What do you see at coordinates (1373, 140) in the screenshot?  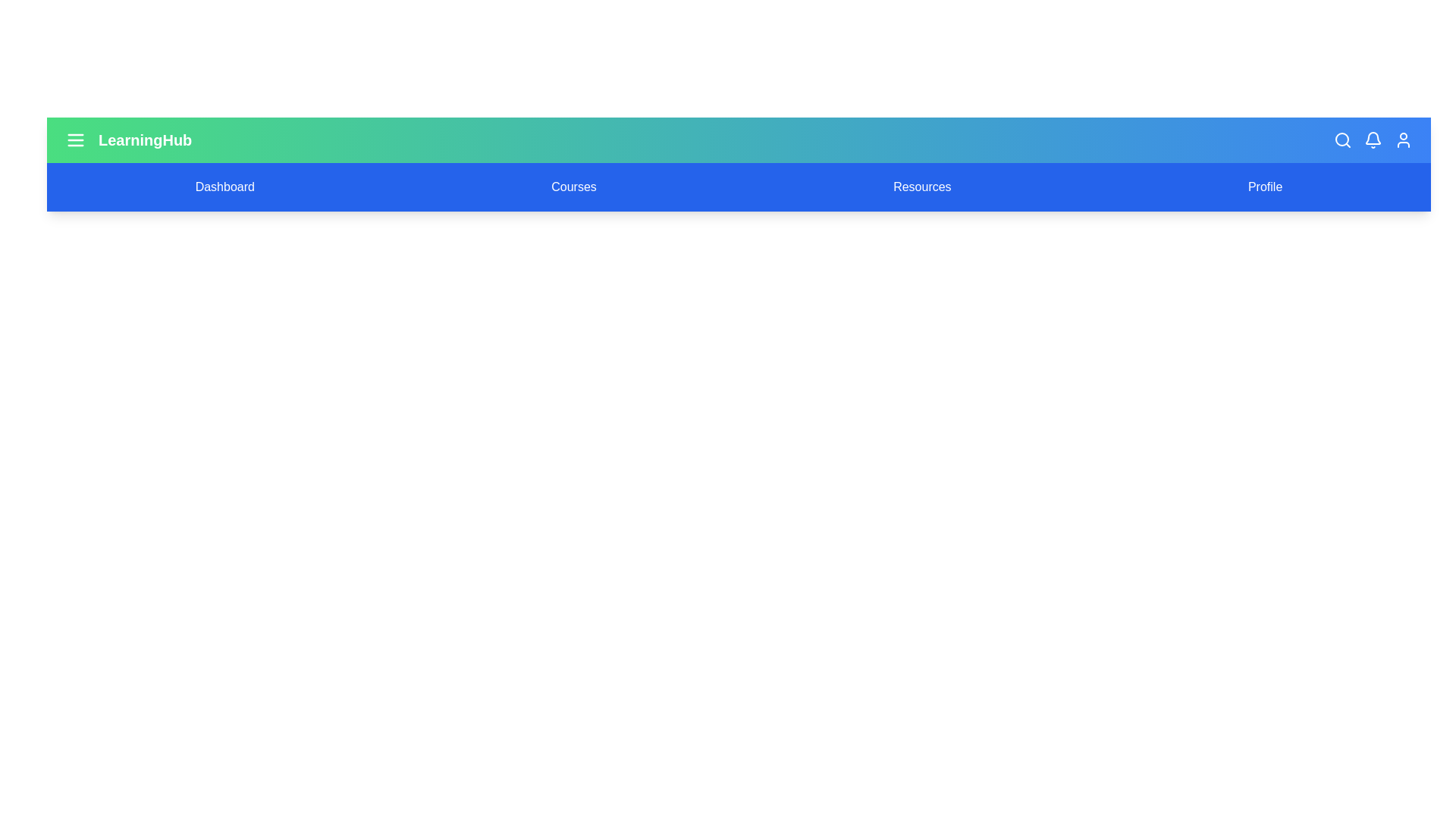 I see `the notification bell icon to view notifications` at bounding box center [1373, 140].